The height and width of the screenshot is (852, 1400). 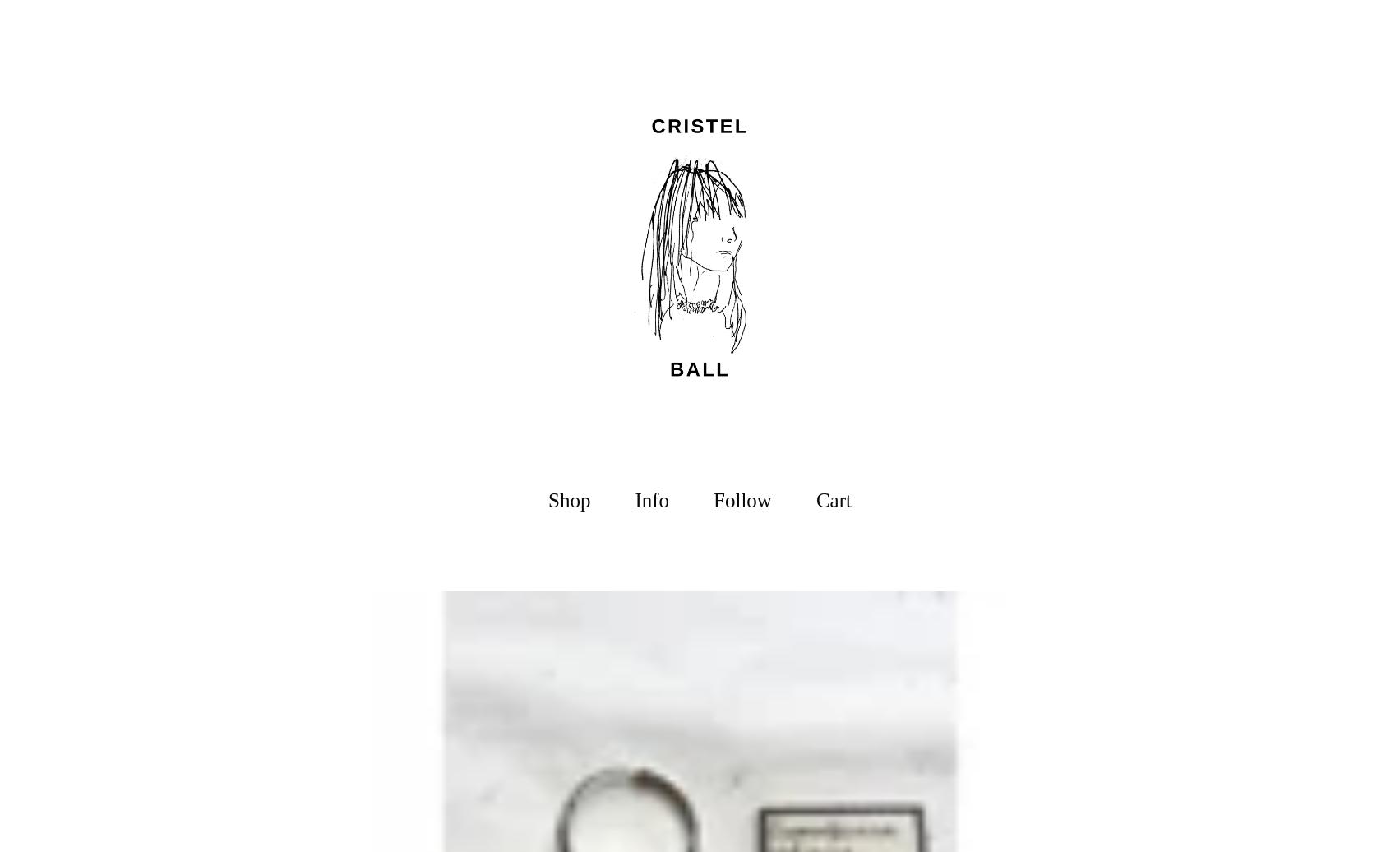 I want to click on 'Chokers', so click(x=547, y=683).